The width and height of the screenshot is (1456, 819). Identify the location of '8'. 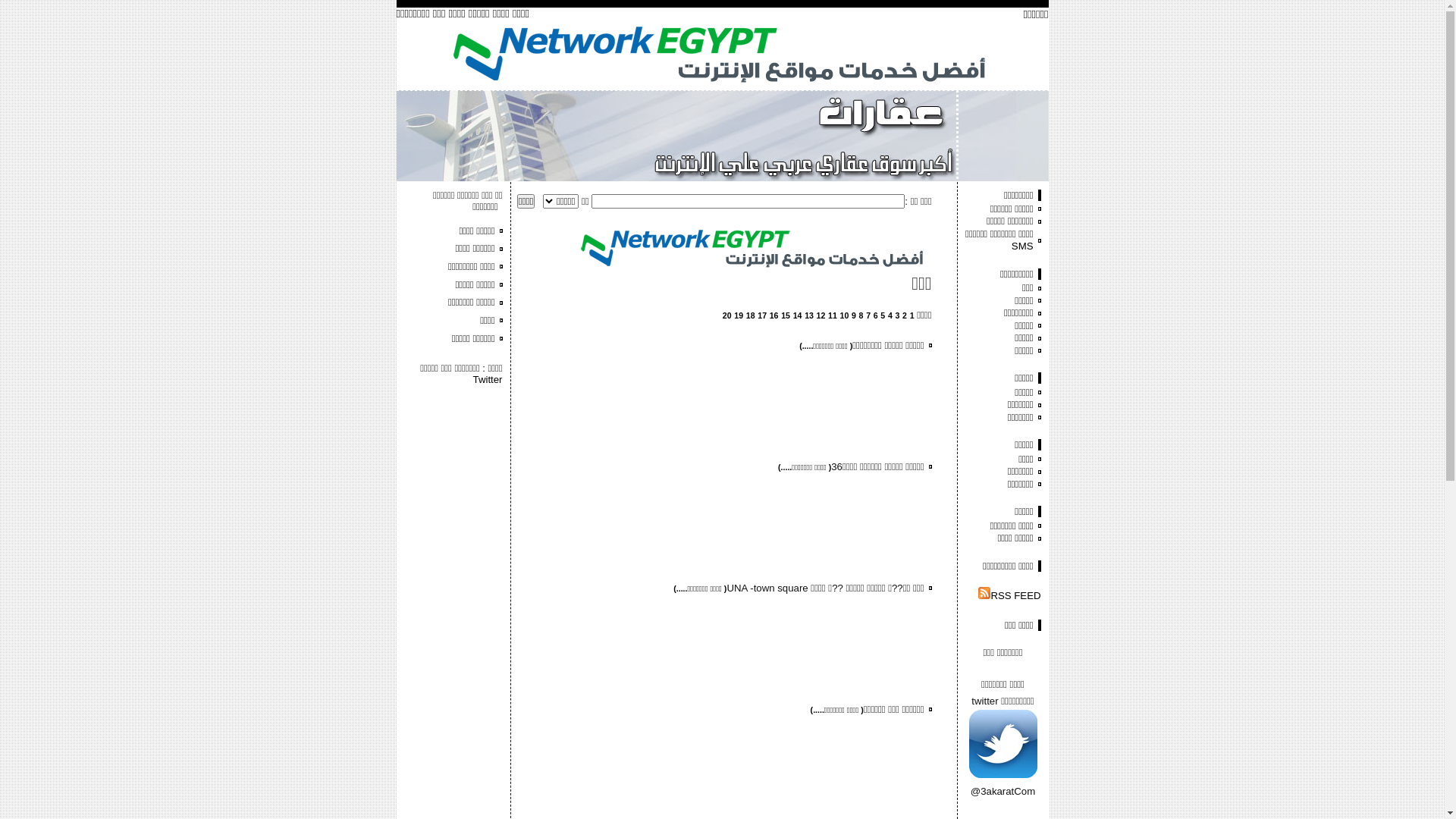
(858, 315).